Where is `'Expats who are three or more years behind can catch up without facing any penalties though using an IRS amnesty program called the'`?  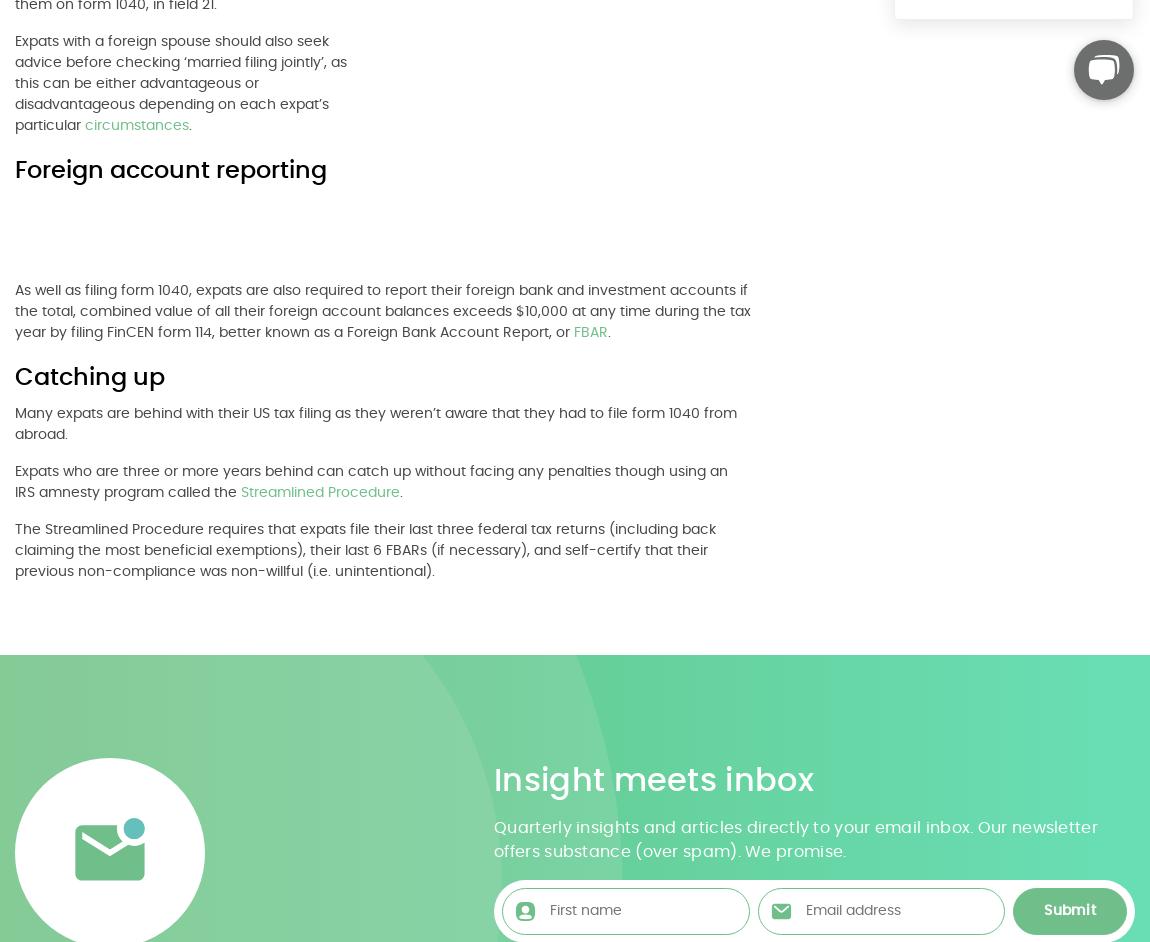
'Expats who are three or more years behind can catch up without facing any penalties though using an IRS amnesty program called the' is located at coordinates (371, 482).